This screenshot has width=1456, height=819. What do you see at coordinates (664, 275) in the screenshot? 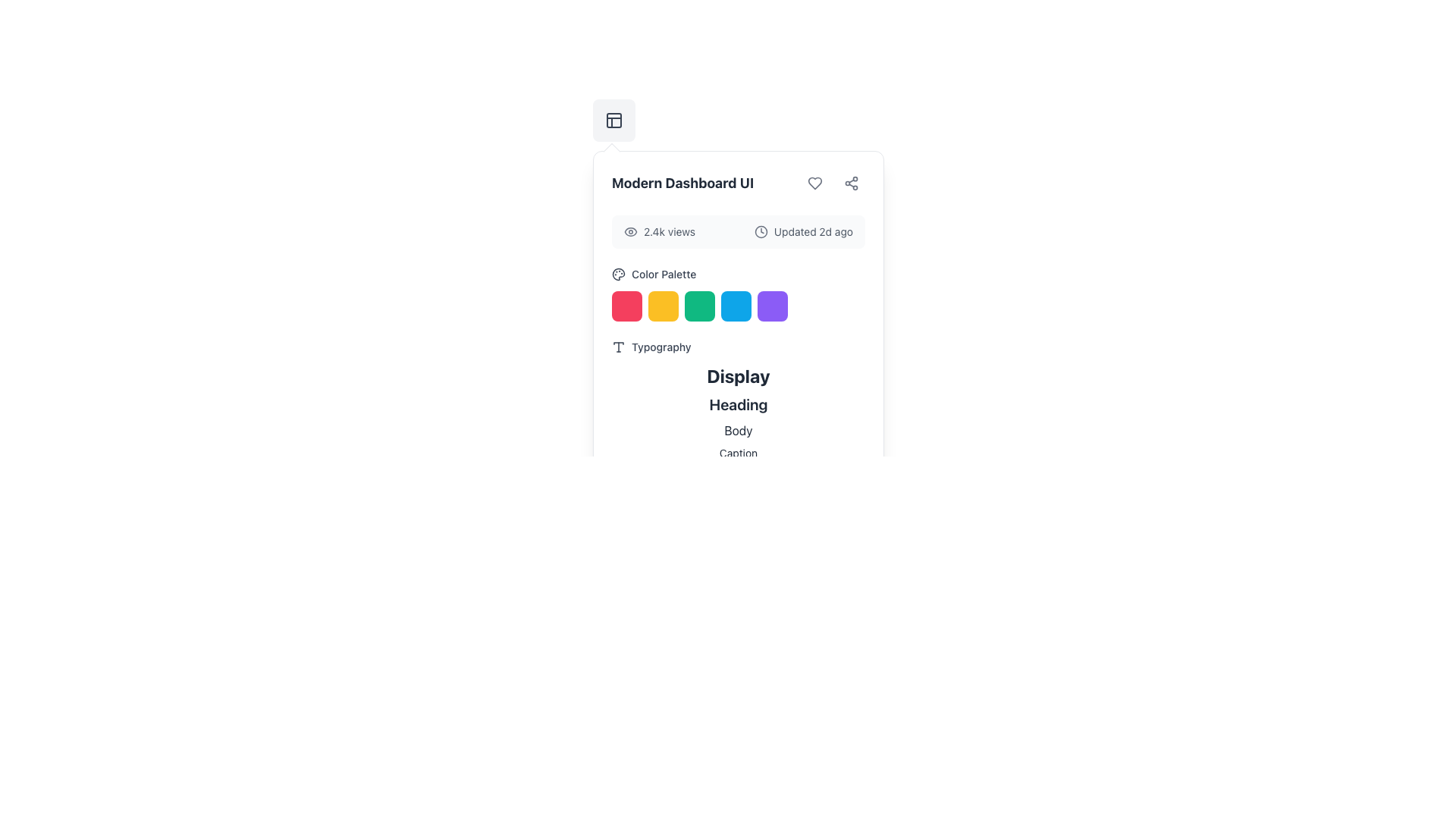
I see `the 'Color Palette' label, which is styled in gray with a small font size and medium weight, located at the top section of the card interface` at bounding box center [664, 275].